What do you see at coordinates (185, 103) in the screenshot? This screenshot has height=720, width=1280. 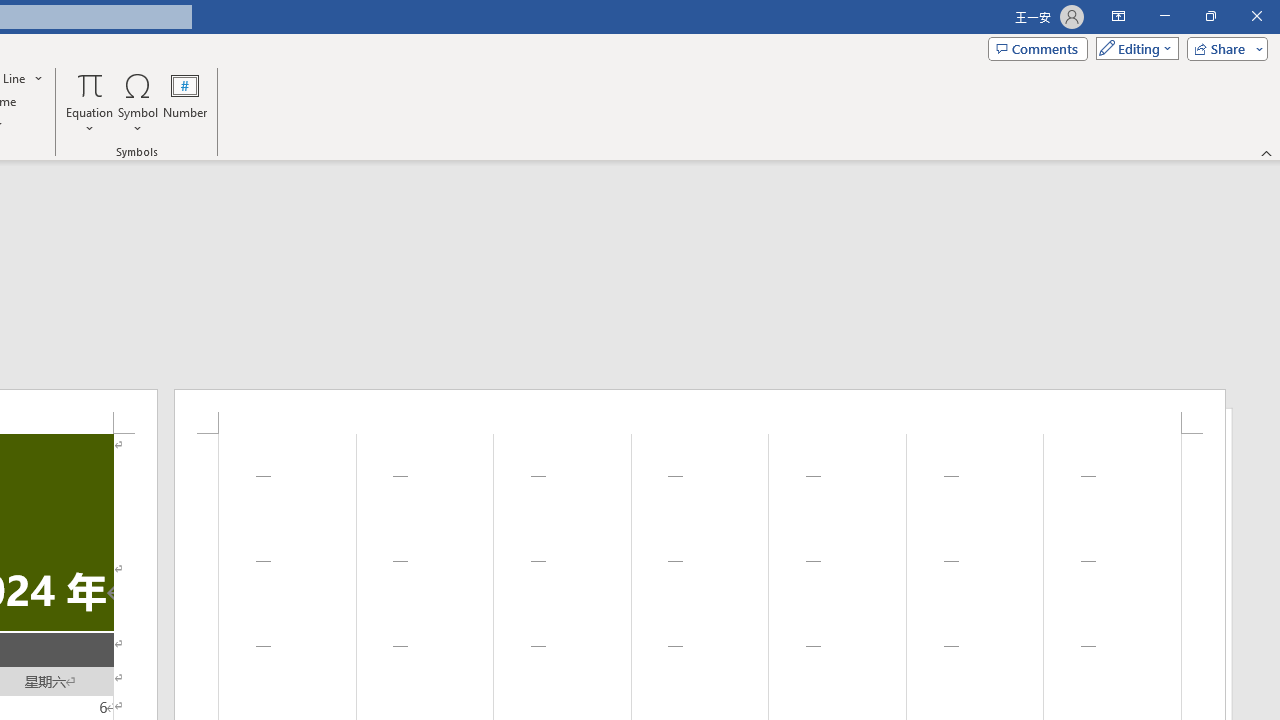 I see `'Number...'` at bounding box center [185, 103].